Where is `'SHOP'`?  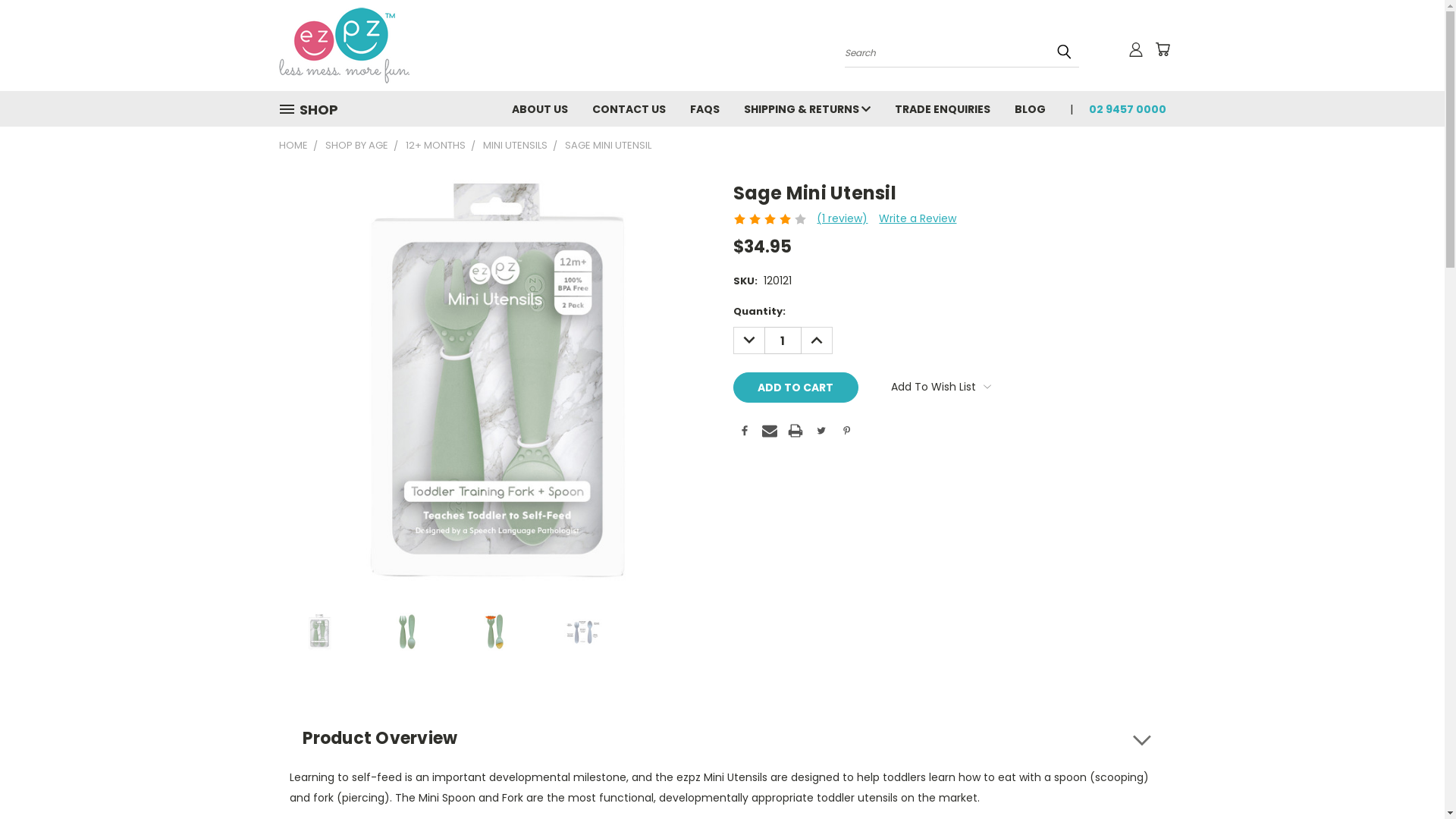 'SHOP' is located at coordinates (313, 108).